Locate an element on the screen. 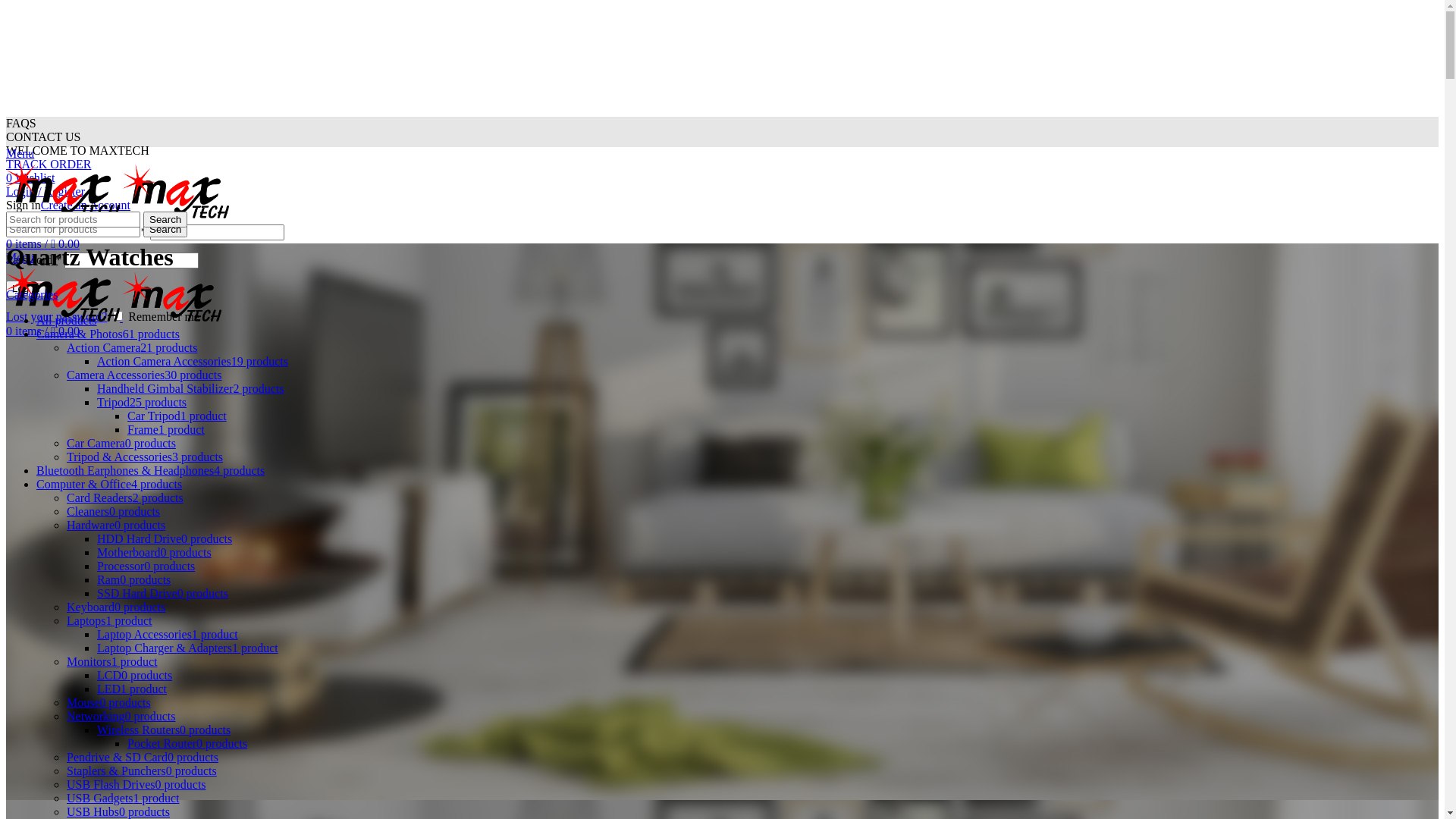  'Search' is located at coordinates (165, 219).